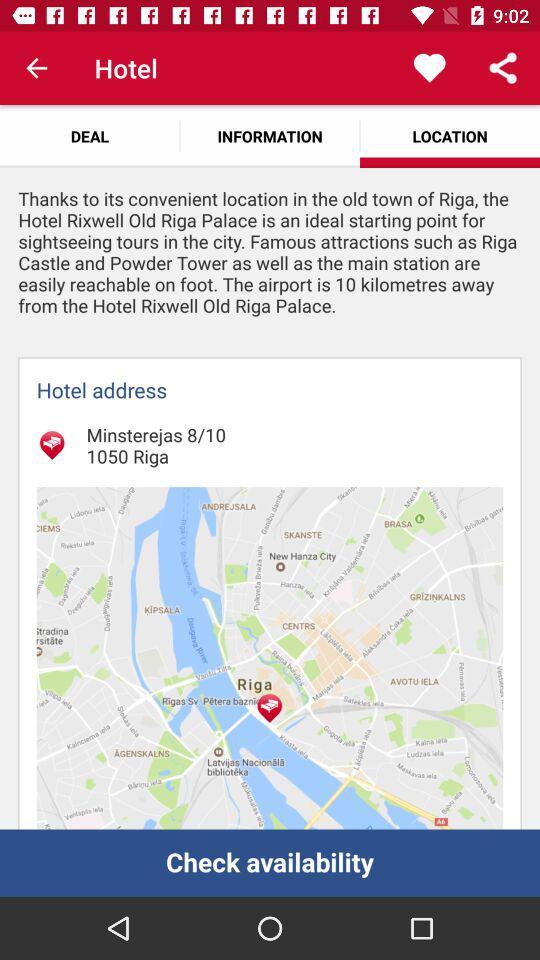 The width and height of the screenshot is (540, 960). Describe the element at coordinates (36, 68) in the screenshot. I see `item next to the hotel app` at that location.